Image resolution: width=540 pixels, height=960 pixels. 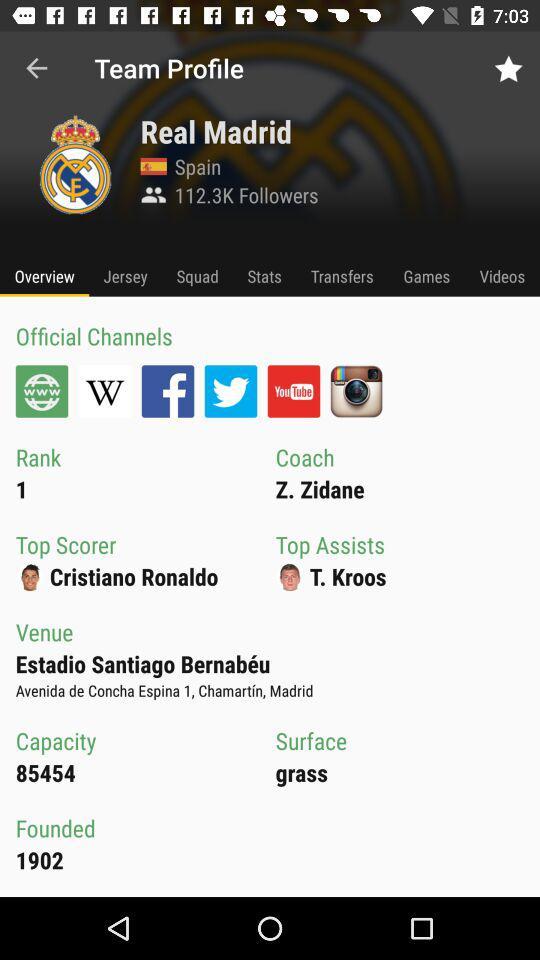 I want to click on item above the cristiano ronaldo icon, so click(x=230, y=390).